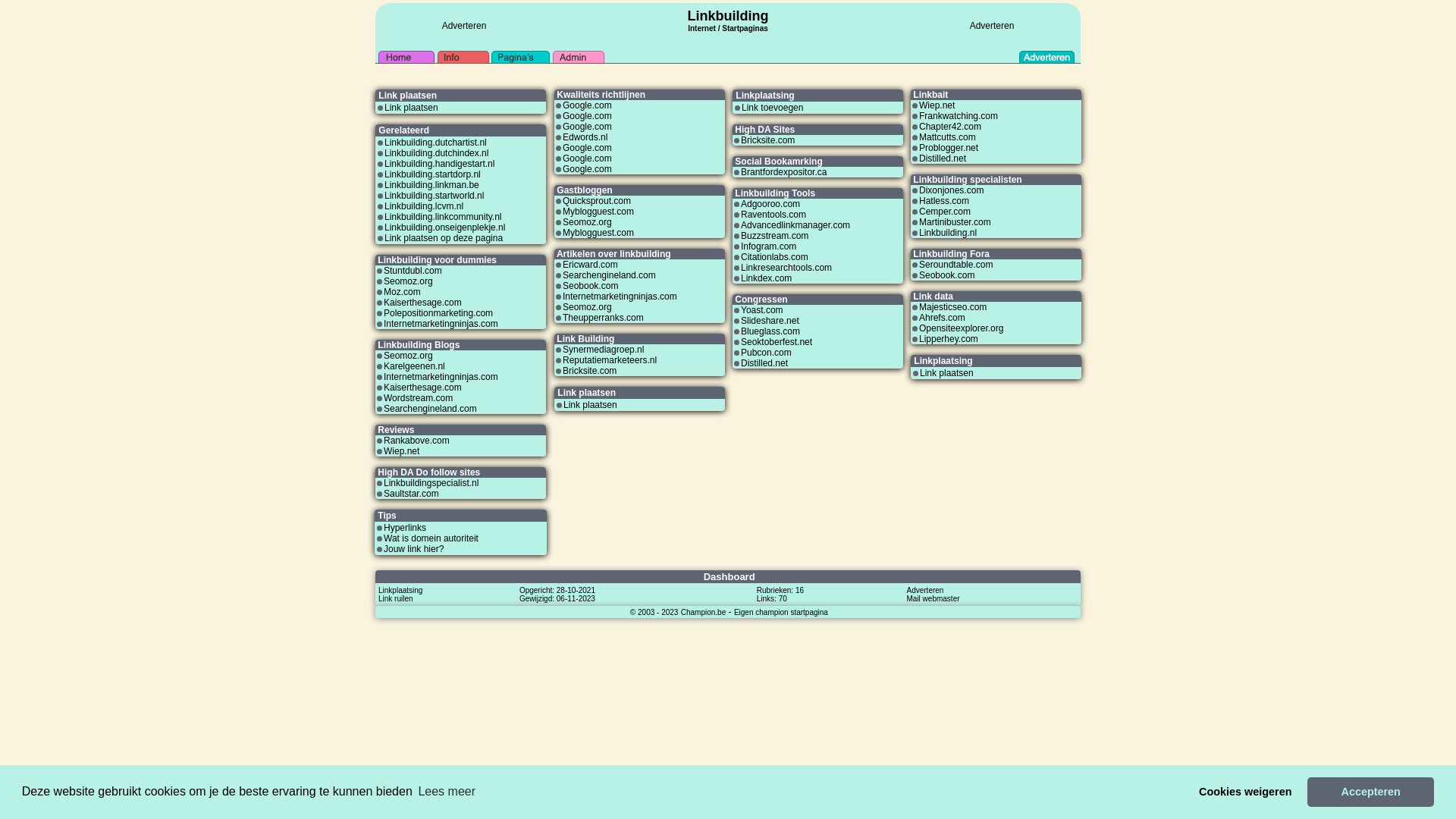  Describe the element at coordinates (384, 184) in the screenshot. I see `'Linkbuilding.linkman.be'` at that location.